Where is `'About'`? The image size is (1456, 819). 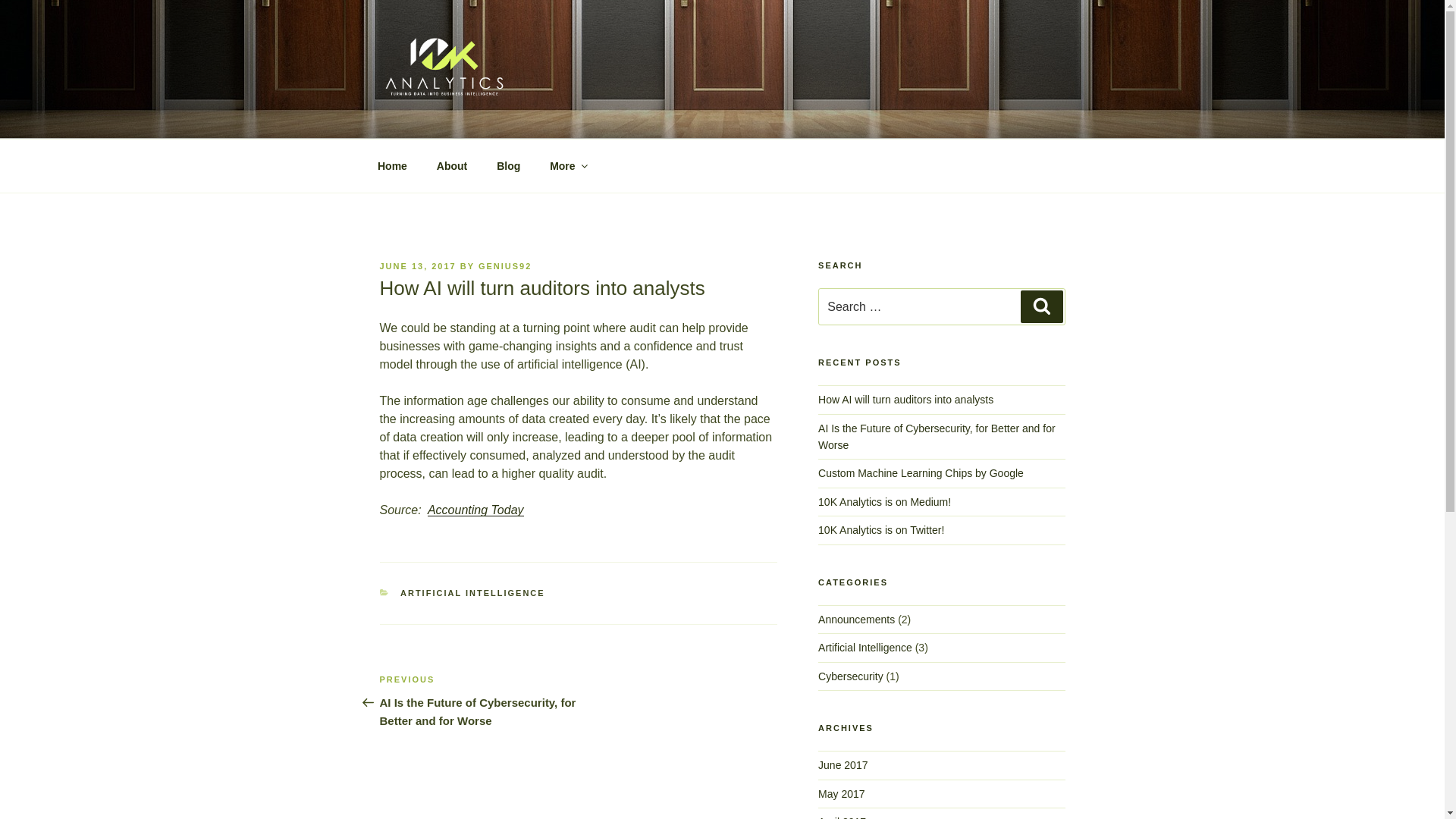
'About' is located at coordinates (450, 165).